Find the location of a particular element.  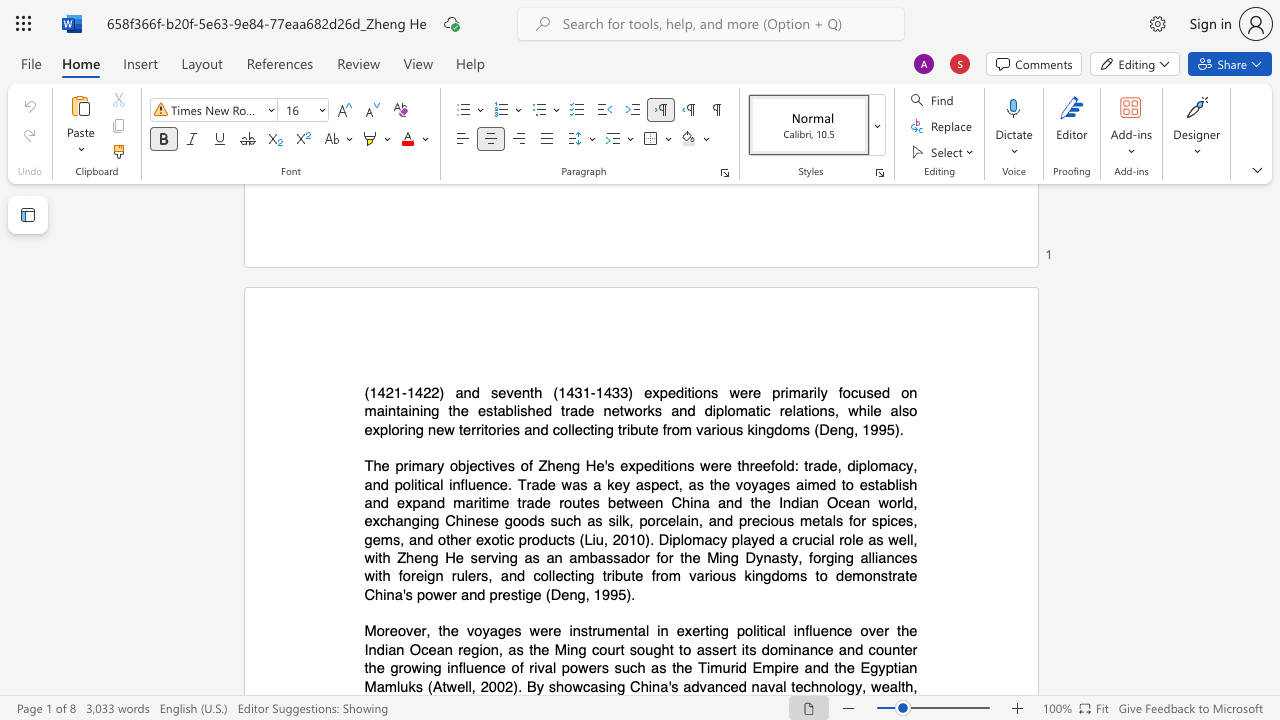

the subset text "Indian Ocean region, as the Ming court sought to assert its dominance and counter" within the text "Moreover, the voyages were instrumental in exerting political influence over the Indian Ocean region, as the Ming court sought to assert its dominance and counter the growing influence of rival powers such as the Timurid Empire and the Egyptian Mamluks (Atwell, 2002). By" is located at coordinates (364, 649).